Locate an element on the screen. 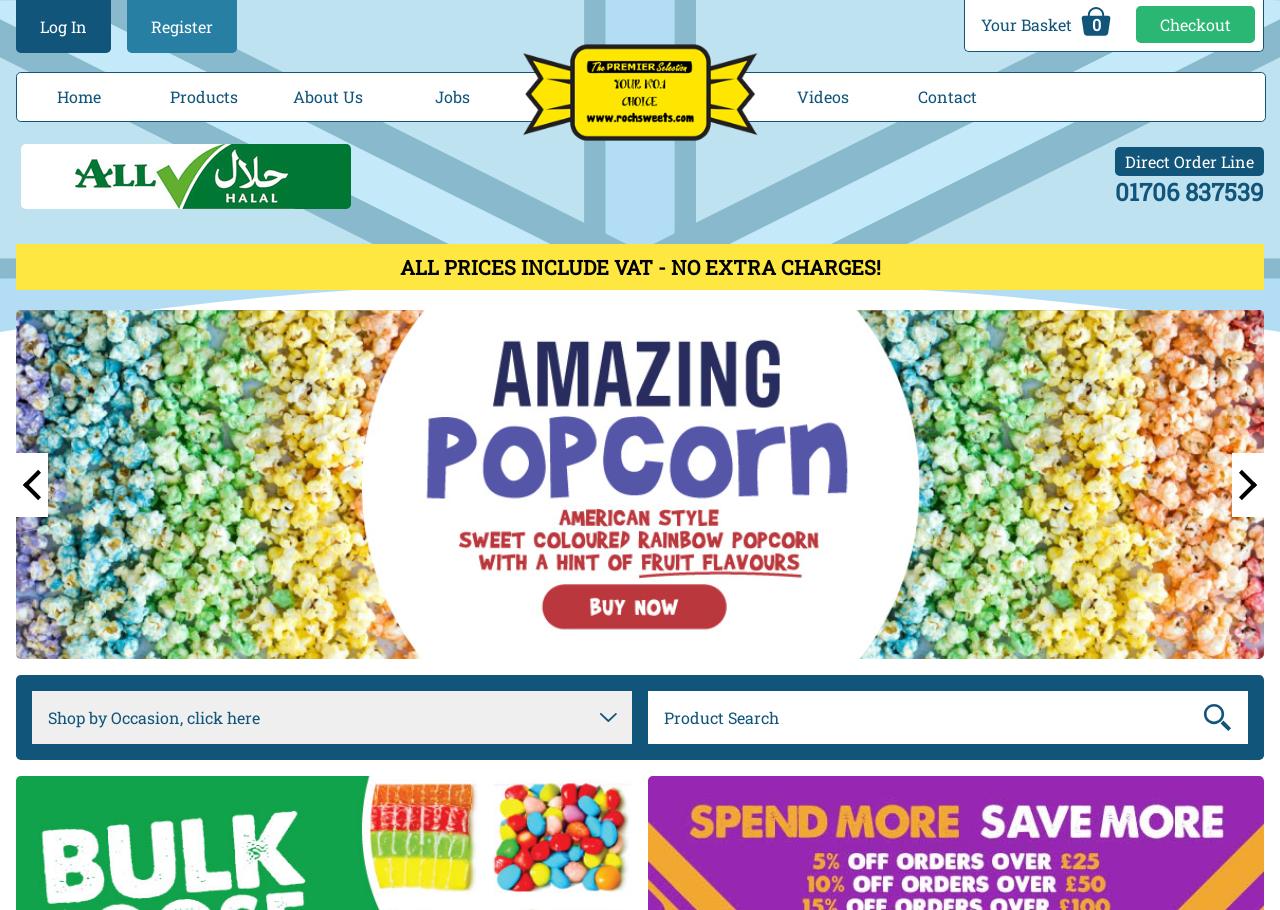 This screenshot has height=910, width=1280. 'About Us' is located at coordinates (291, 95).